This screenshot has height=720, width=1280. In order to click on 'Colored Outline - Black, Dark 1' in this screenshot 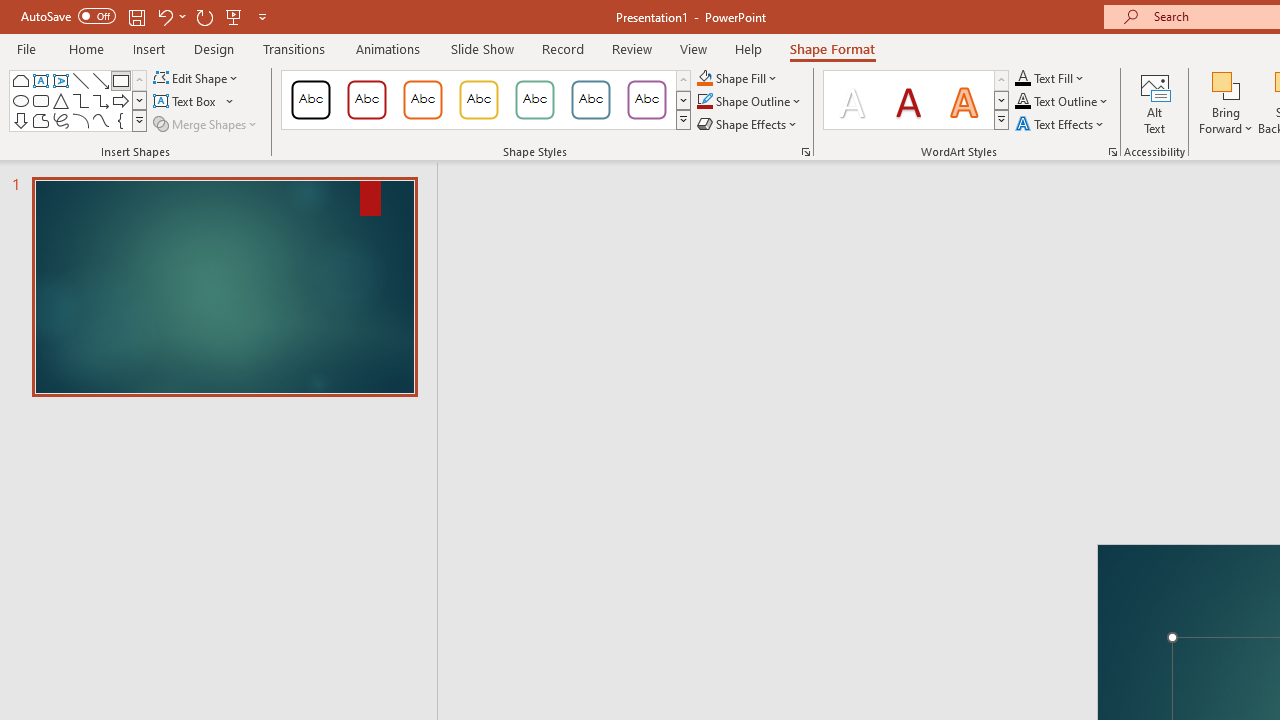, I will do `click(310, 100)`.